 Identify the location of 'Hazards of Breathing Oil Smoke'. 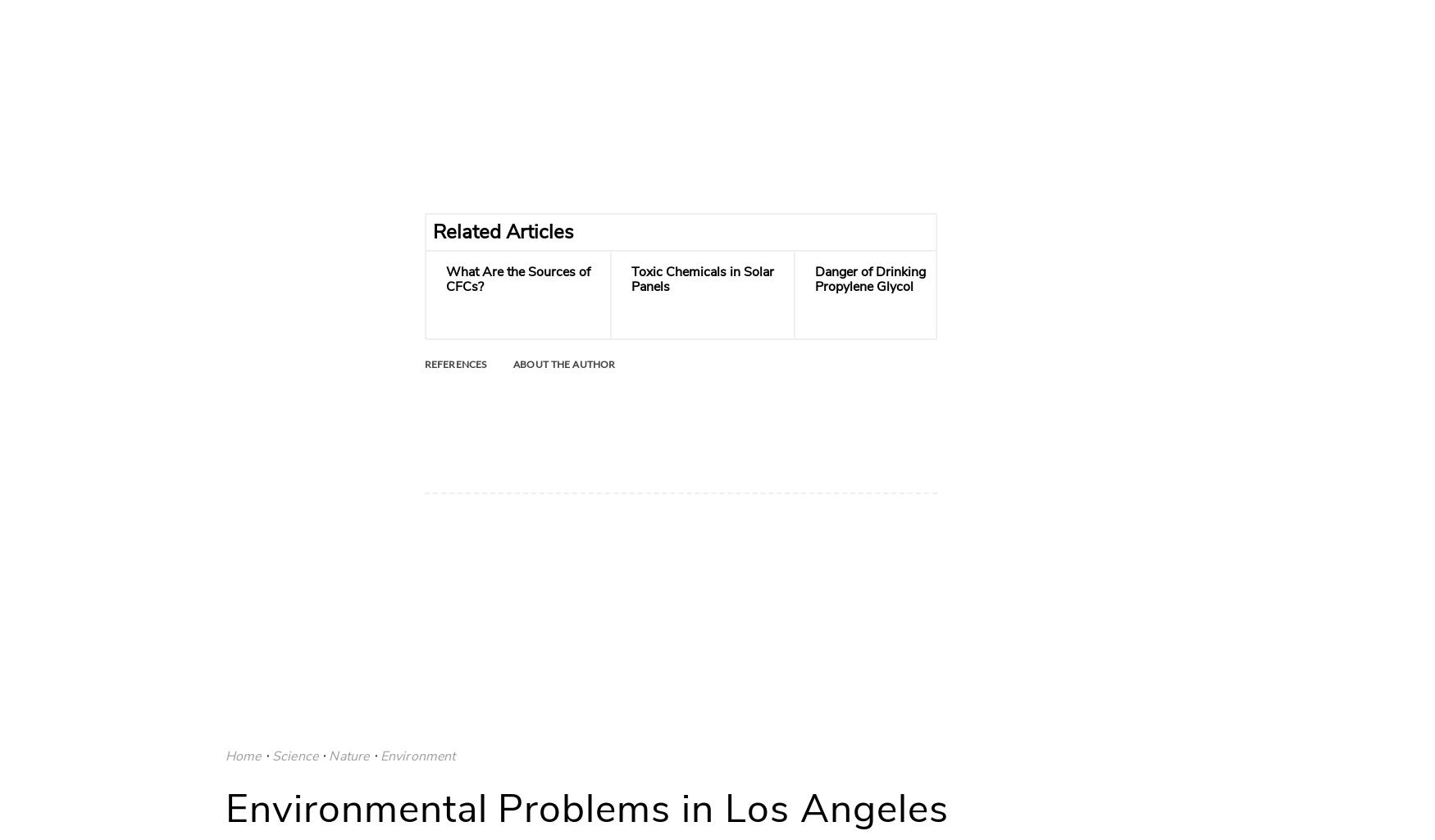
(1068, 279).